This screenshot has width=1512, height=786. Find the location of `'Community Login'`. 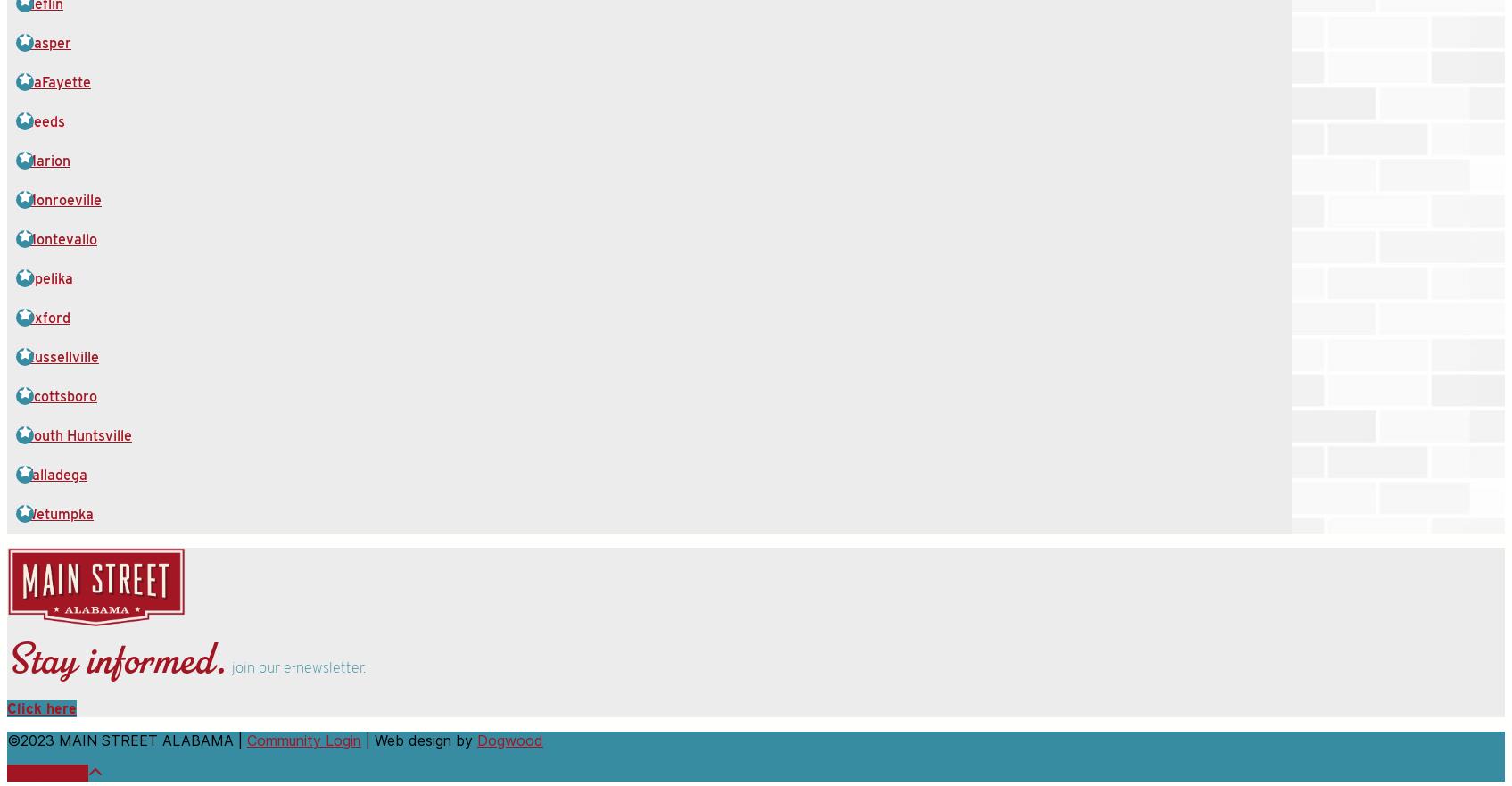

'Community Login' is located at coordinates (303, 739).